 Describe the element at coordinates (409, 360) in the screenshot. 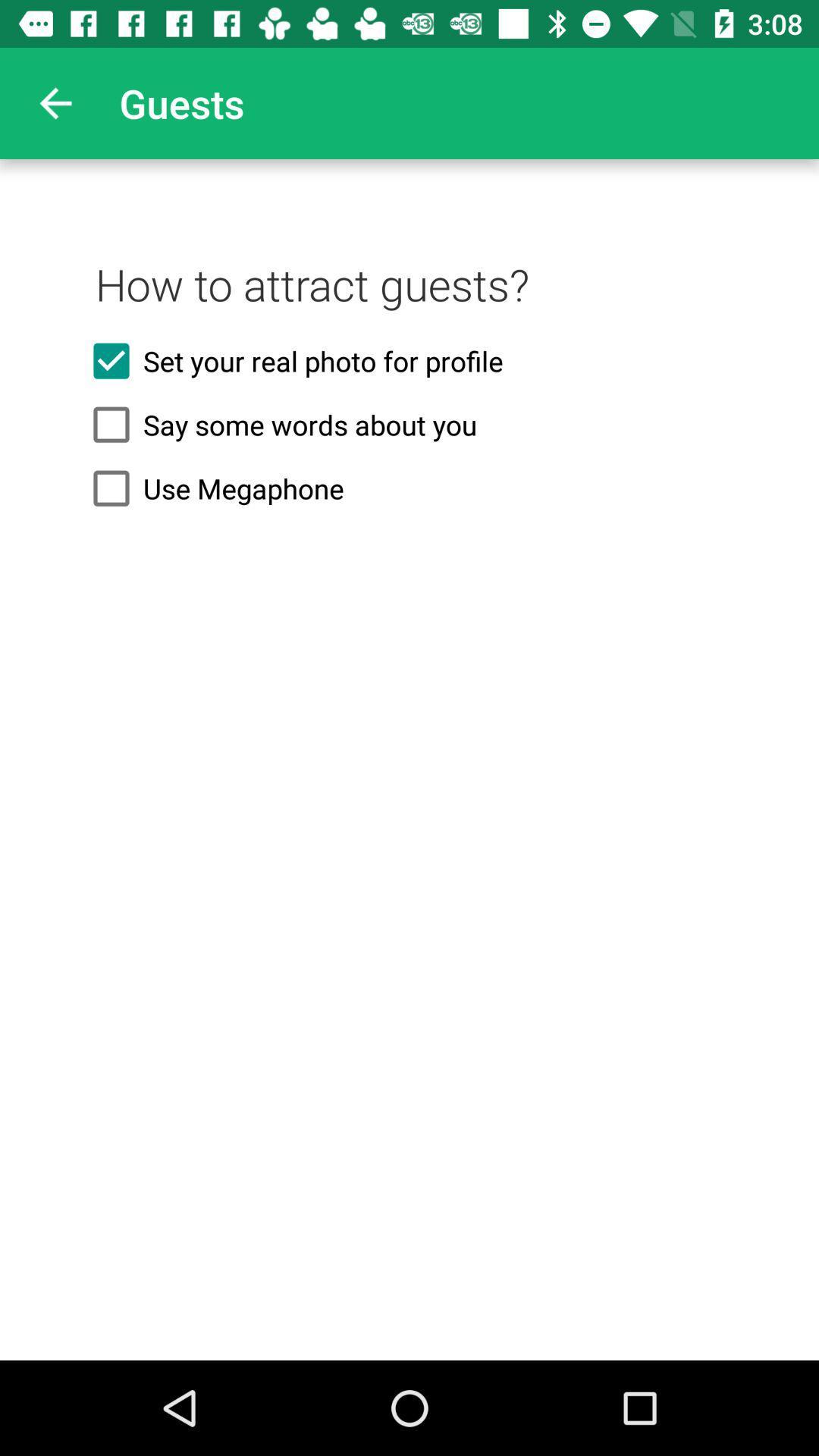

I see `the set your real` at that location.